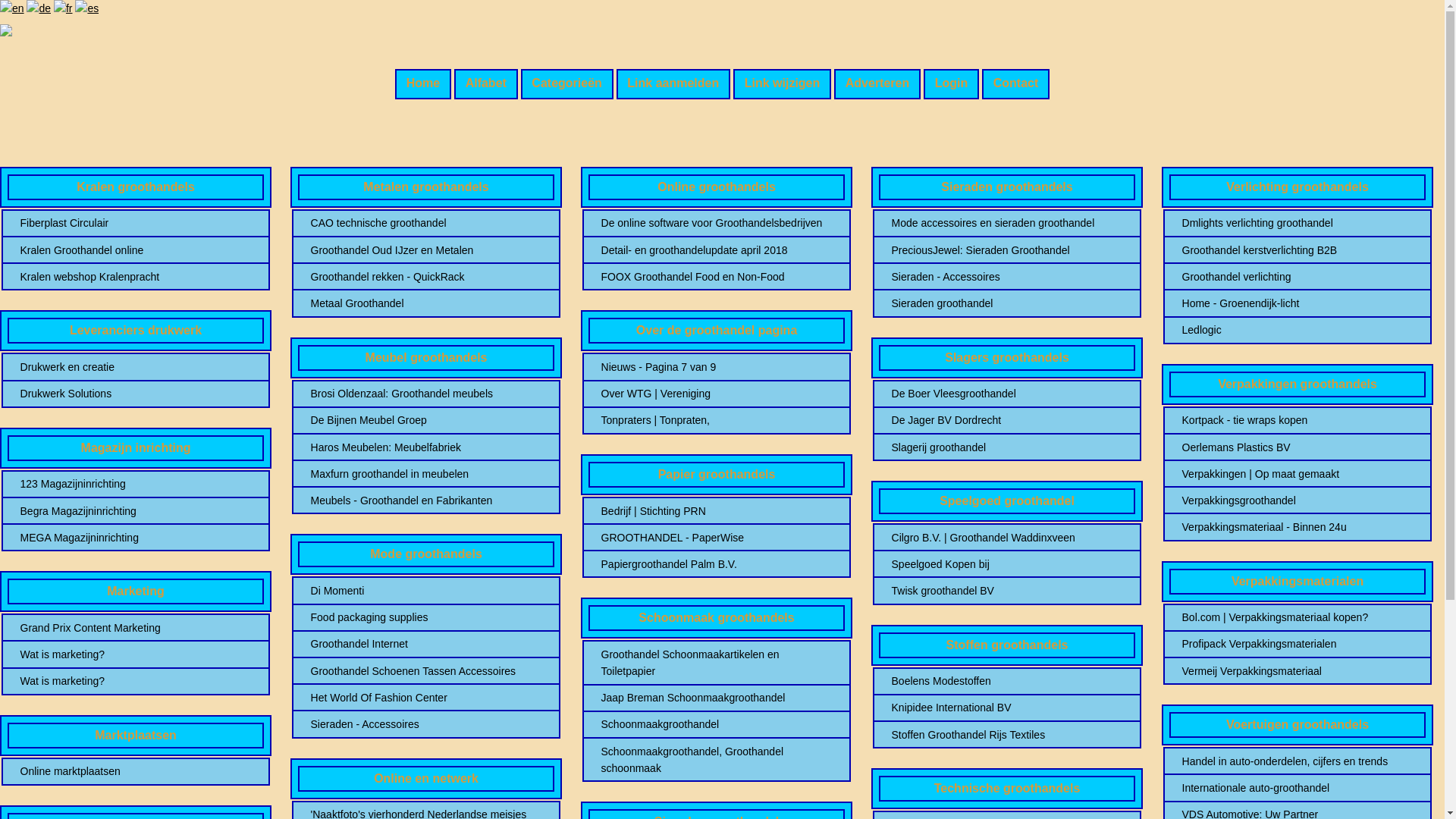 This screenshot has width=1456, height=819. I want to click on 'Login', so click(950, 84).